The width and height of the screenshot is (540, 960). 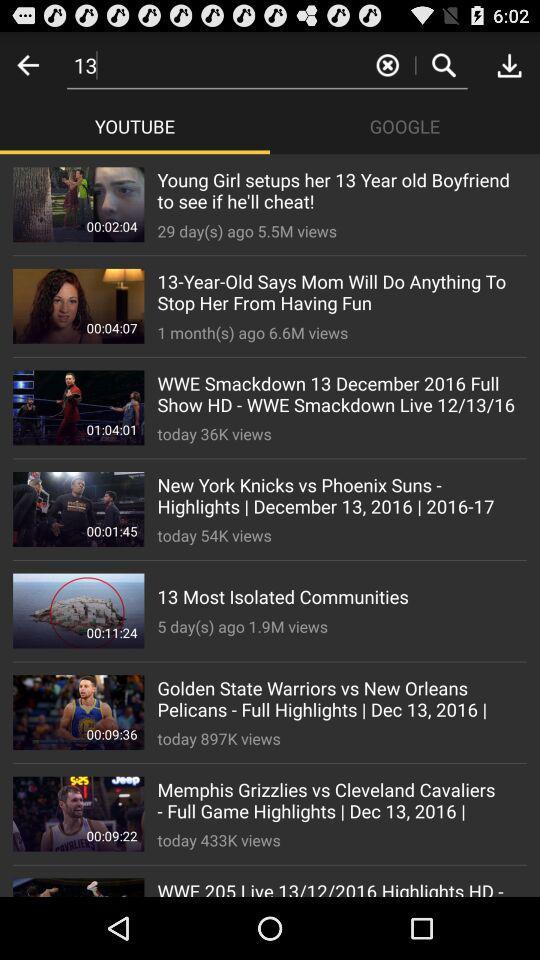 I want to click on search button, so click(x=443, y=64).